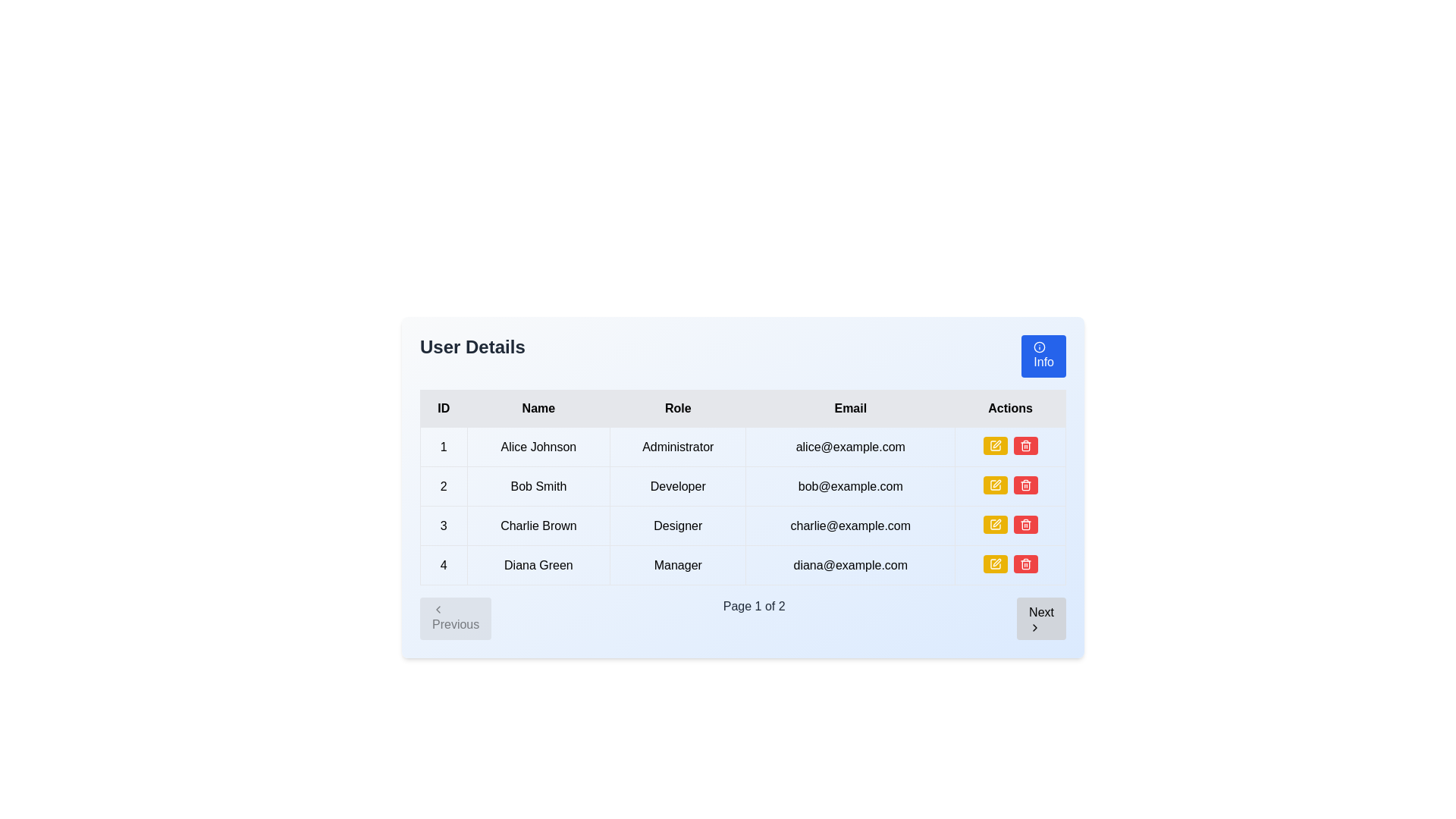  Describe the element at coordinates (1025, 523) in the screenshot. I see `the red button with a trash bin icon in the 'Actions' column of the fourth row in the 'User Details' table` at that location.